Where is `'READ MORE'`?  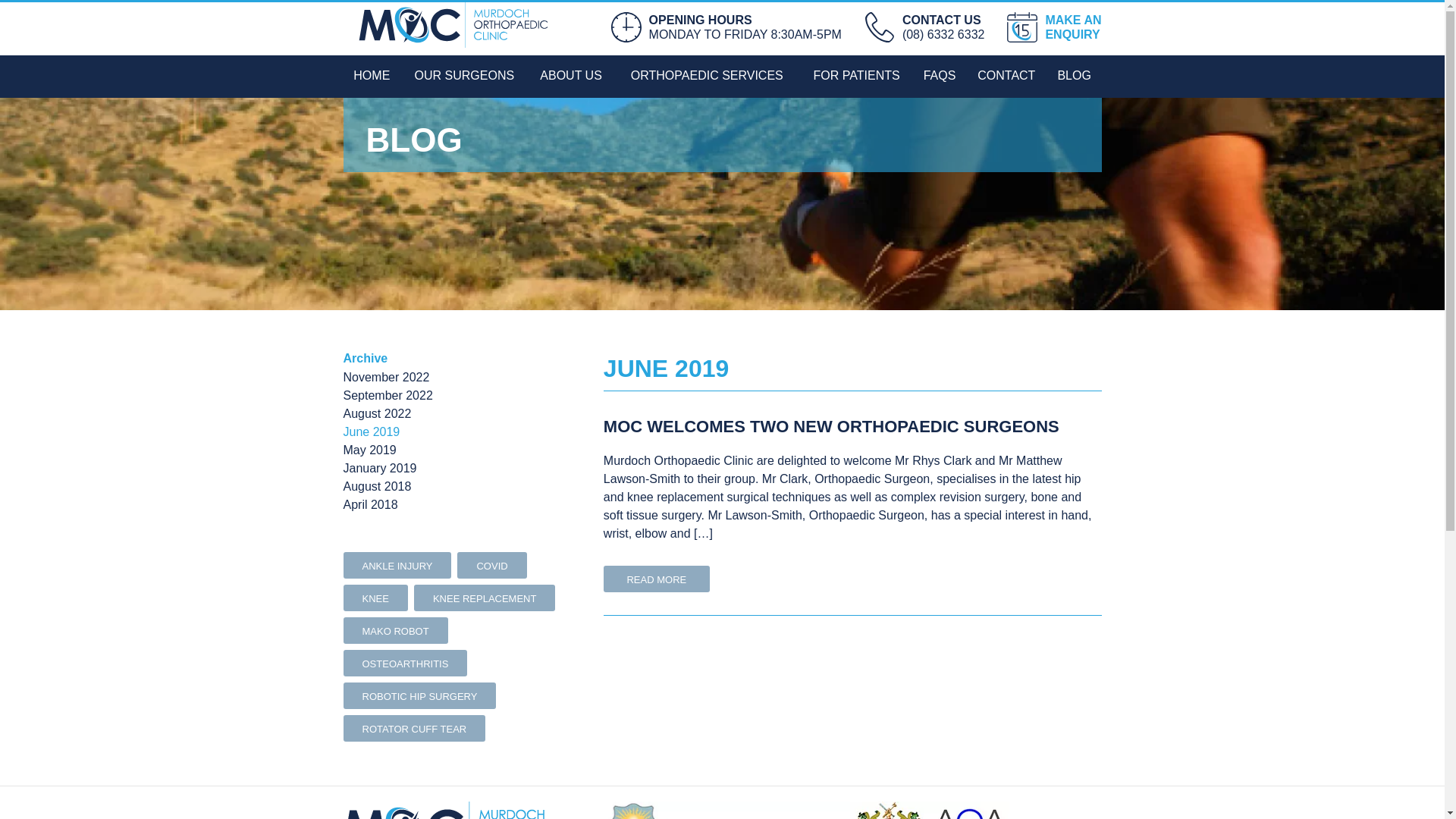 'READ MORE' is located at coordinates (656, 579).